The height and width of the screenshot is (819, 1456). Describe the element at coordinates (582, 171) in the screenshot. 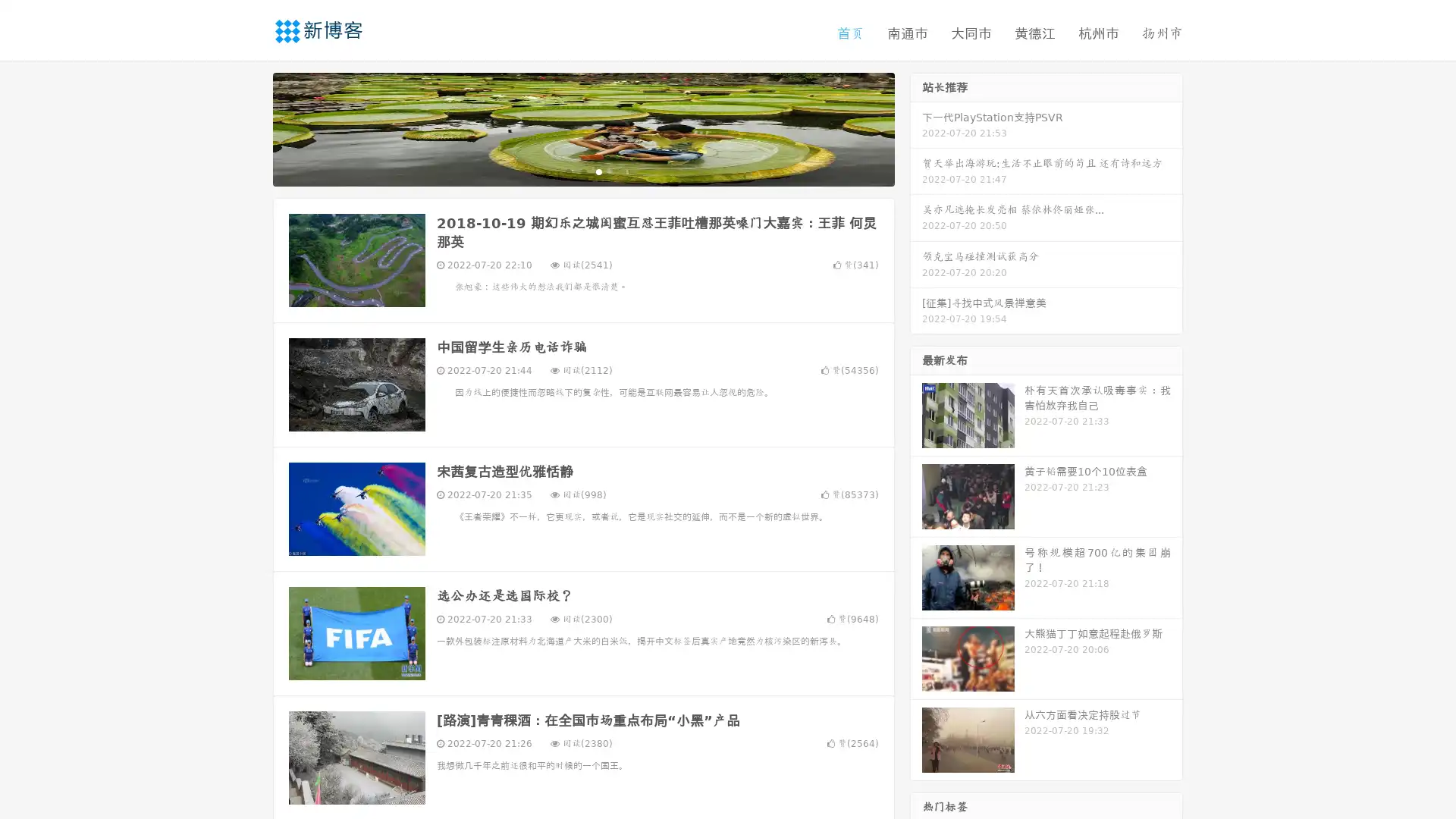

I see `Go to slide 2` at that location.